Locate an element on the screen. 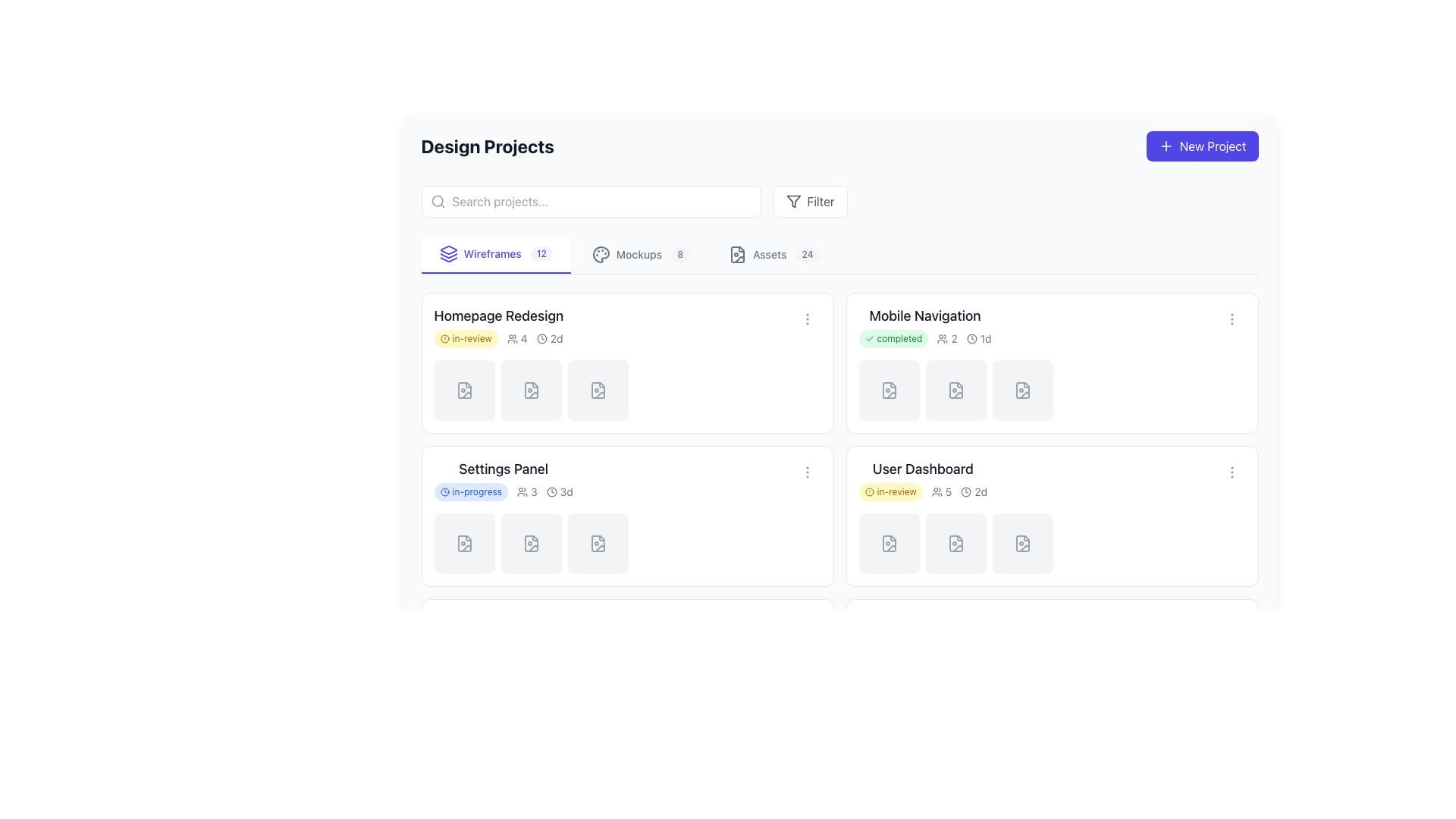 The height and width of the screenshot is (819, 1456). informational label with the user icon and the numeral '3', located in the Settings Panel card, adjacent to the 'in-progress' label is located at coordinates (527, 491).